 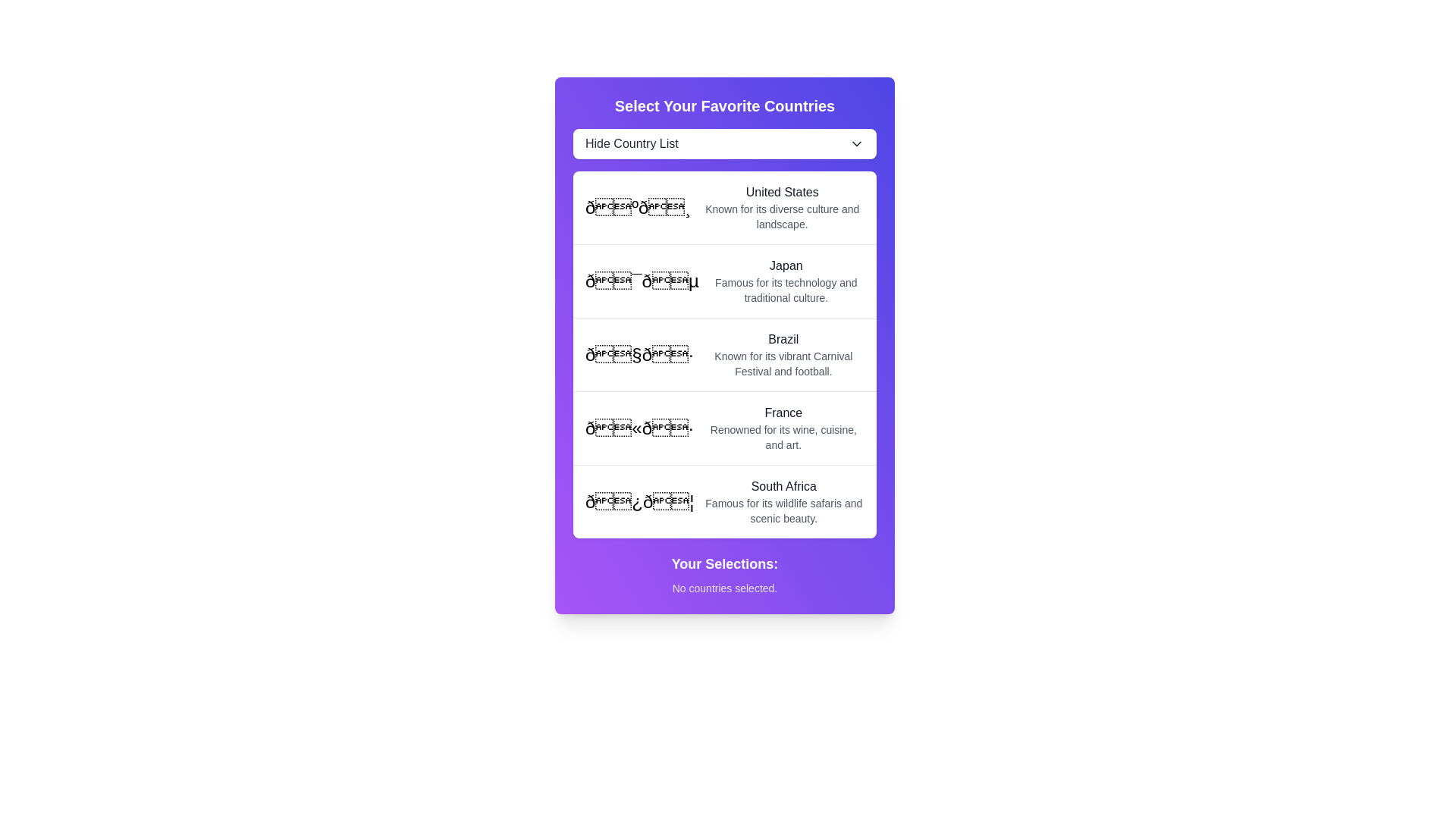 What do you see at coordinates (786, 290) in the screenshot?
I see `the text element displaying 'Famous for its technology and traditional culture.' located under the label 'Japan' to enhance visibility` at bounding box center [786, 290].